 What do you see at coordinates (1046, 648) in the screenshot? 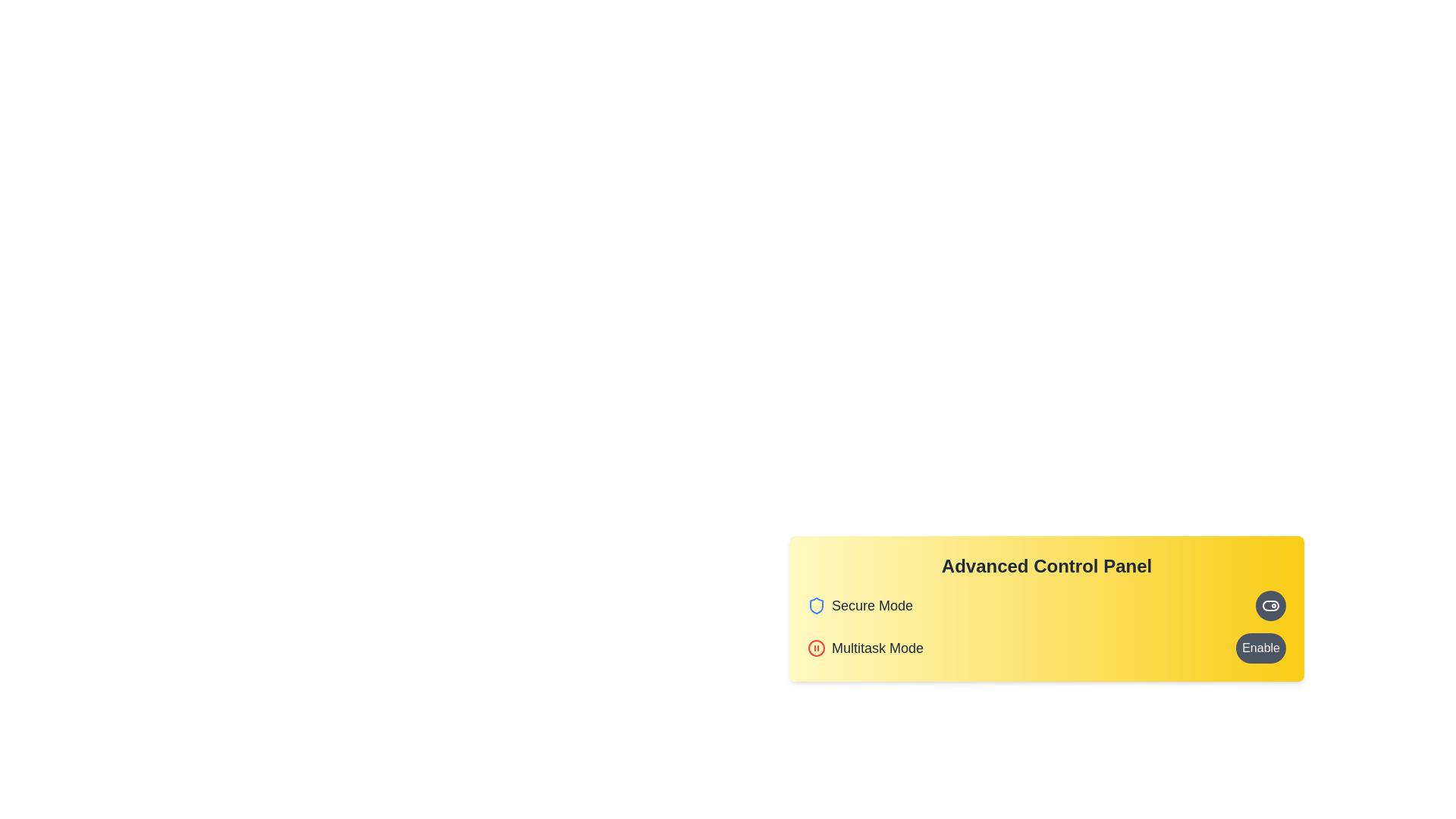
I see `the interactive section labeled 'Multitask Mode' which contains the 'Enable' button, located under the 'Advanced Control Panel' and beneath 'Secure Mode'` at bounding box center [1046, 648].